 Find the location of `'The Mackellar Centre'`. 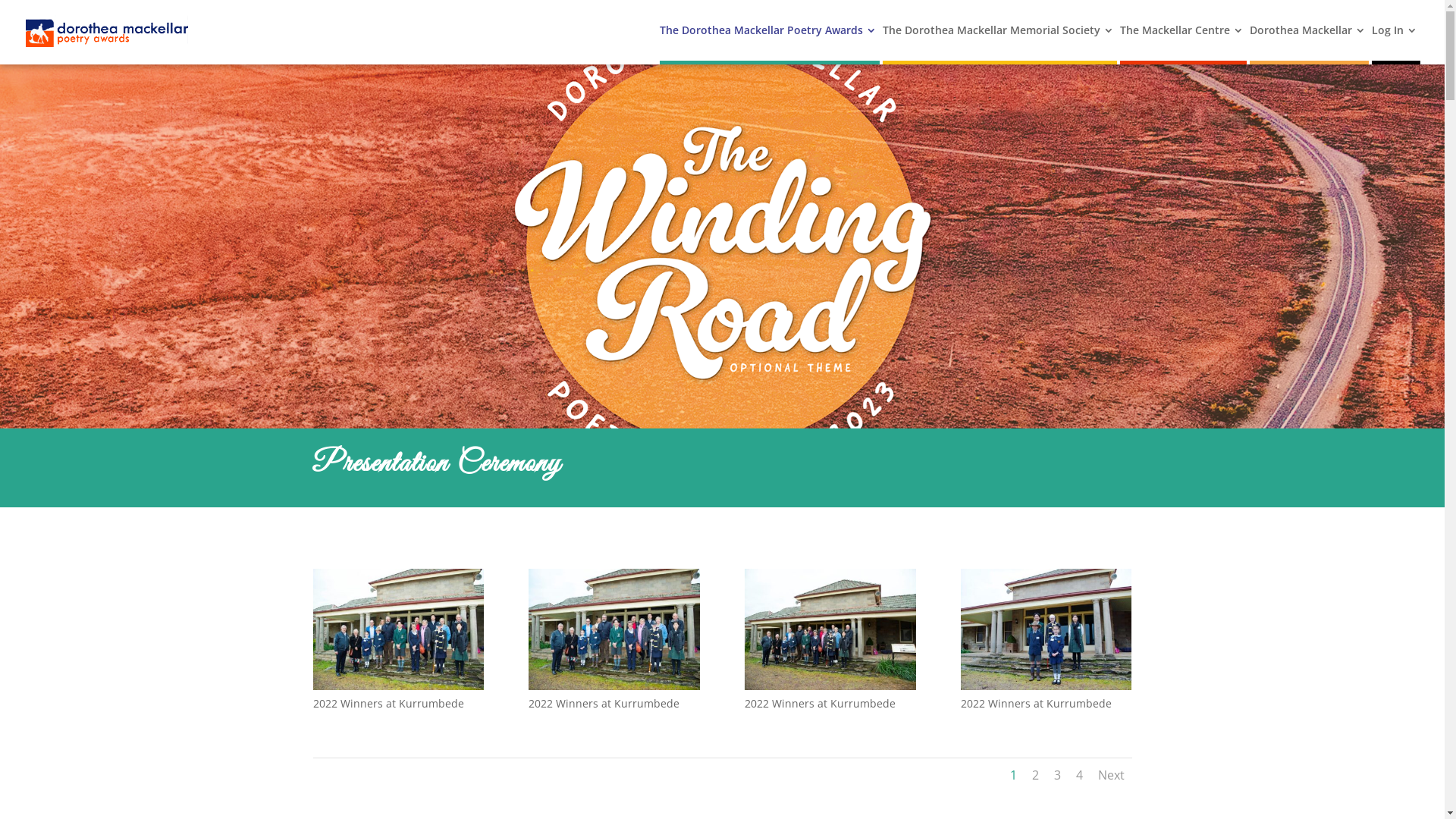

'The Mackellar Centre' is located at coordinates (1181, 42).